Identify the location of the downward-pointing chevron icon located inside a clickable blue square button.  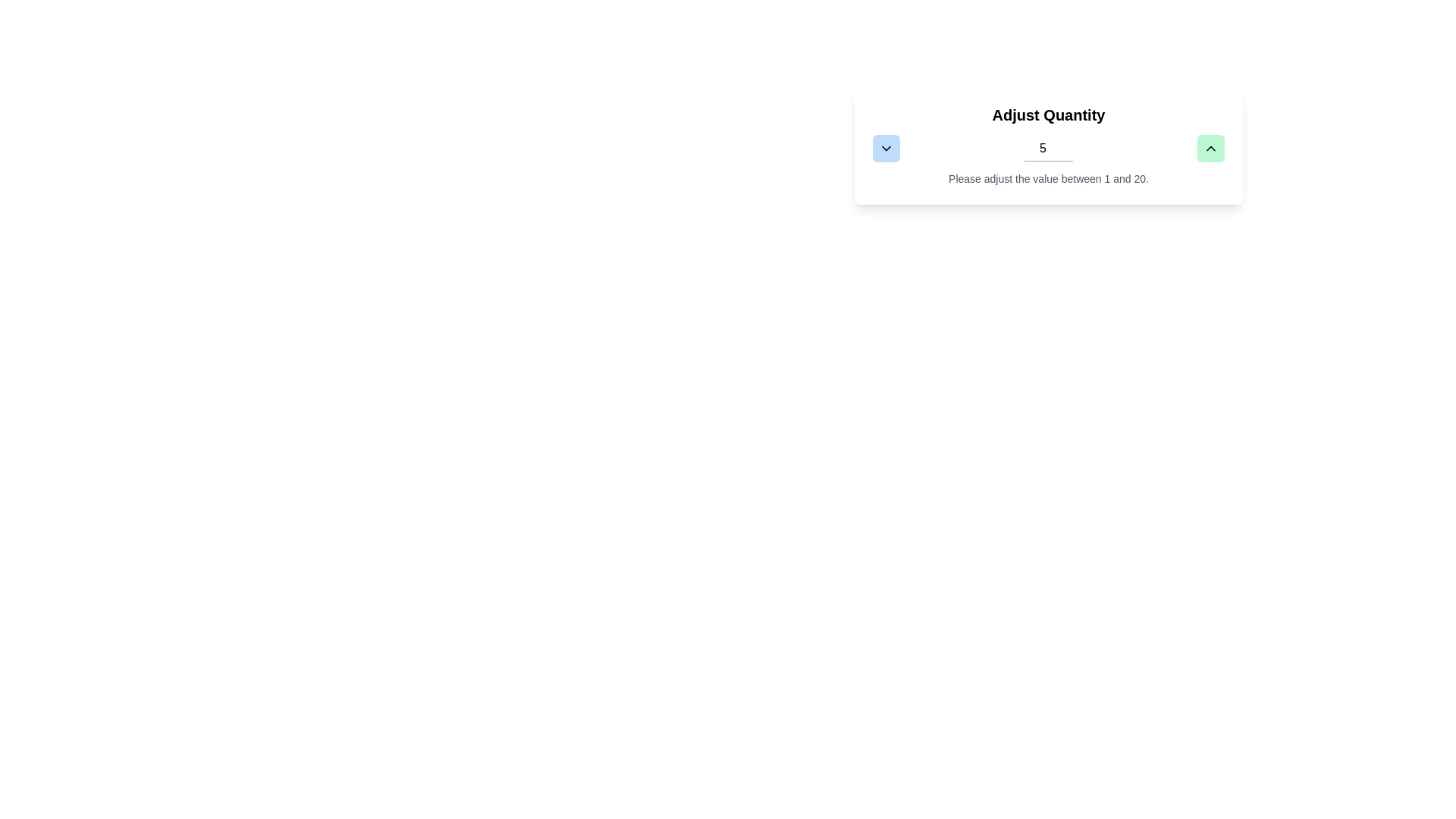
(886, 149).